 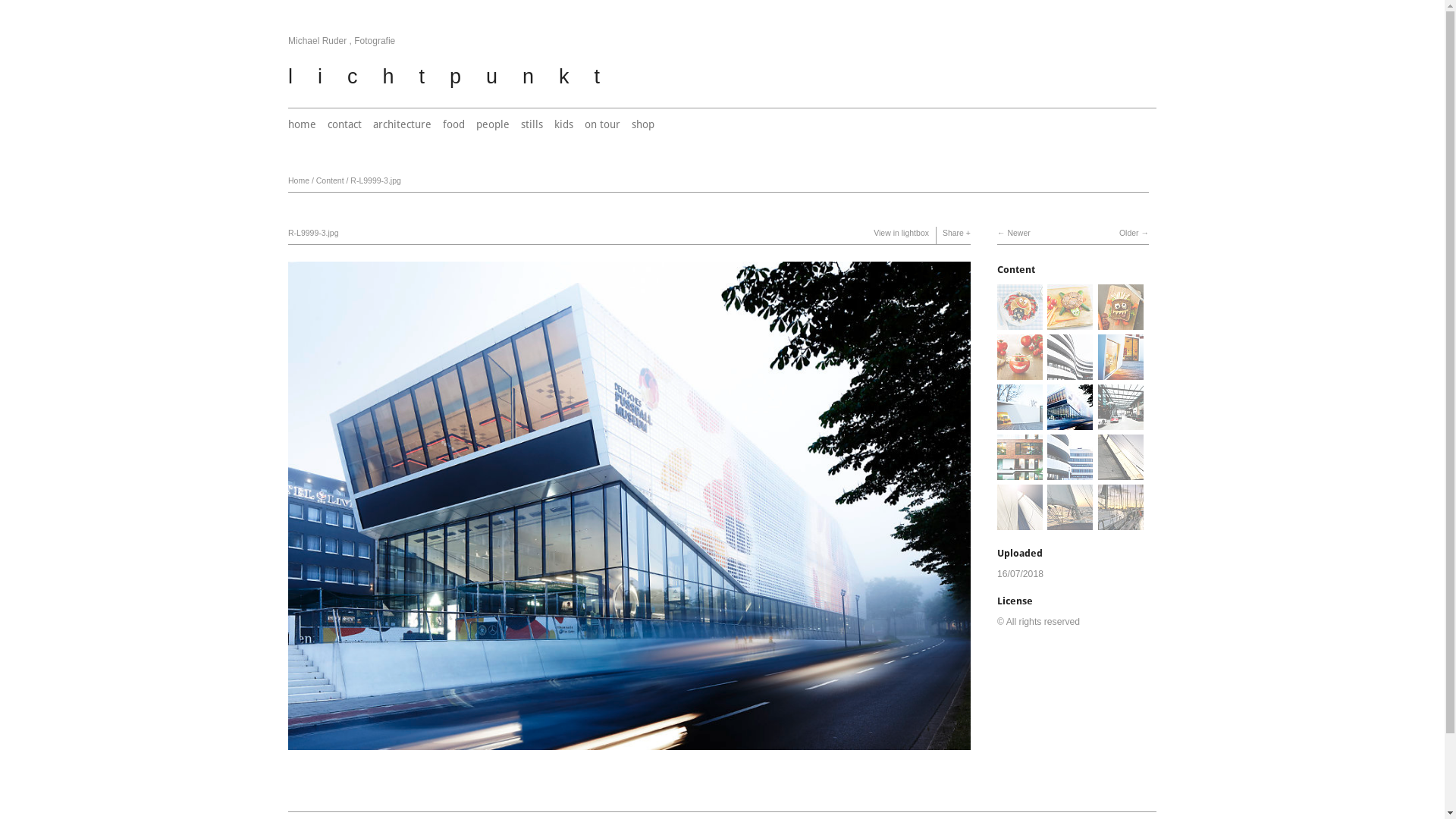 I want to click on 'contact', so click(x=344, y=124).